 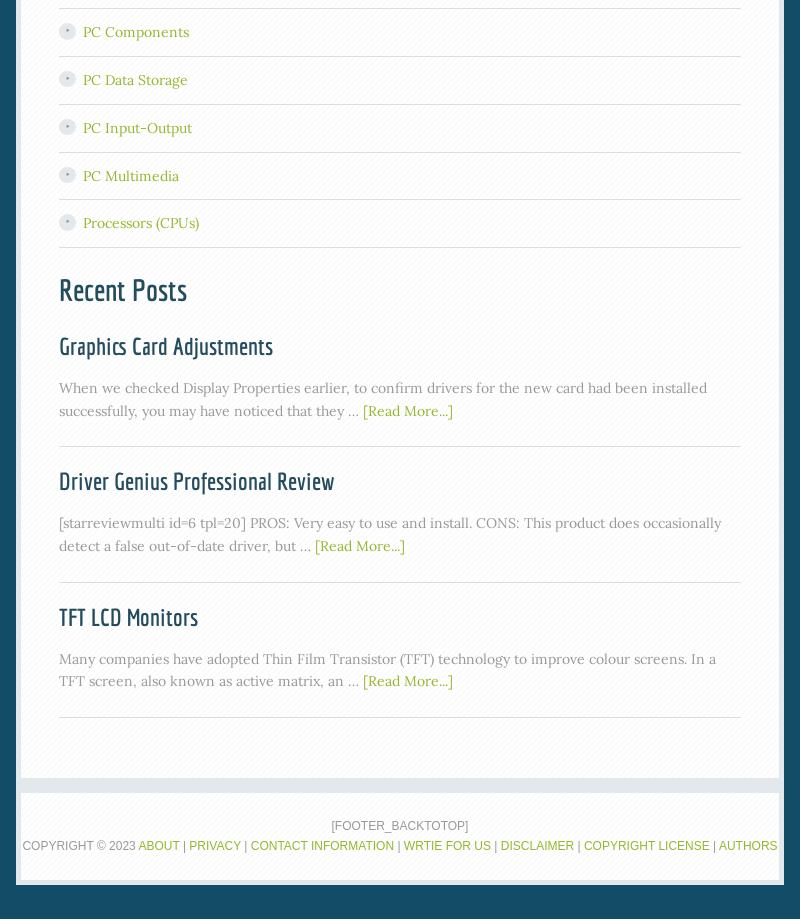 I want to click on 'Recent Posts', so click(x=121, y=289).